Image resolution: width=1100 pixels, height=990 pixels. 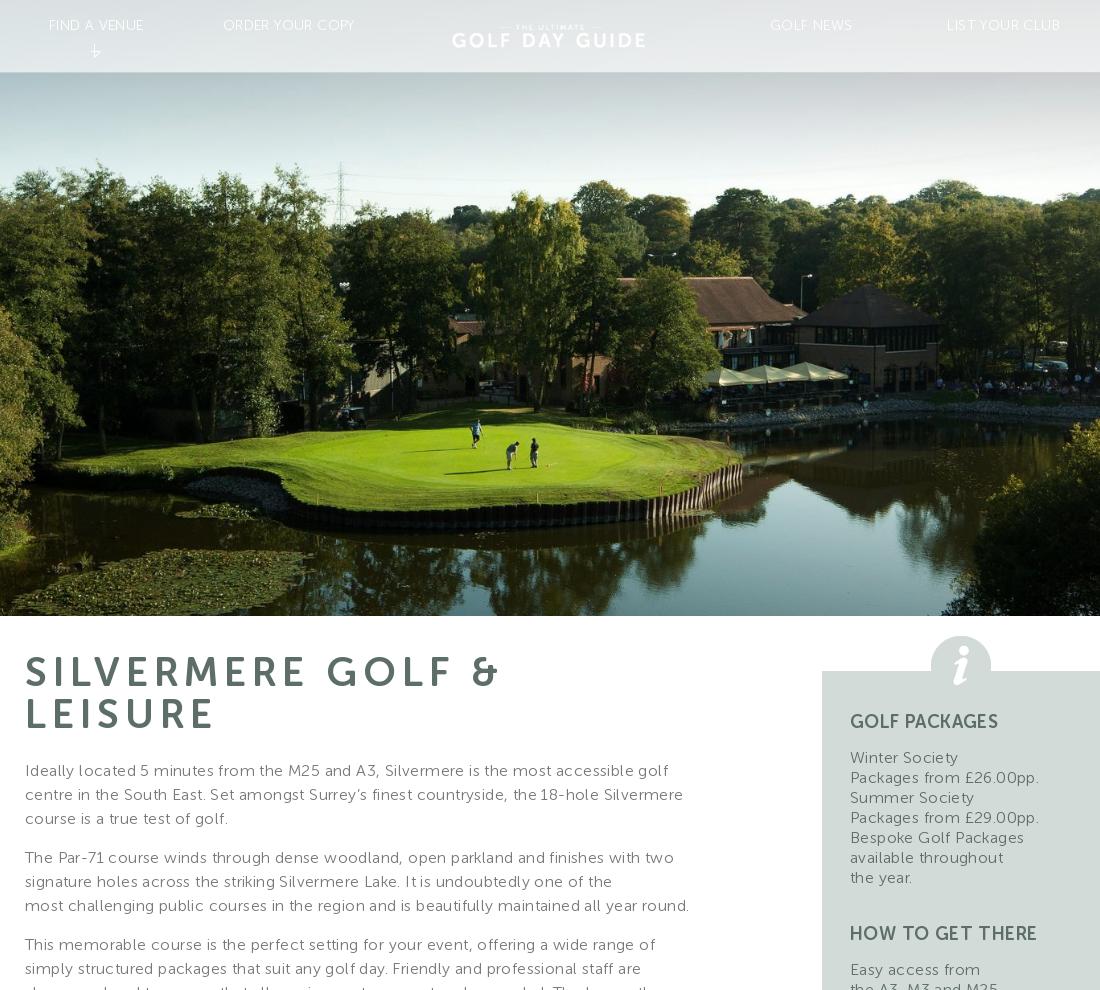 I want to click on 'Packages from £29.00pp.', so click(x=944, y=816).